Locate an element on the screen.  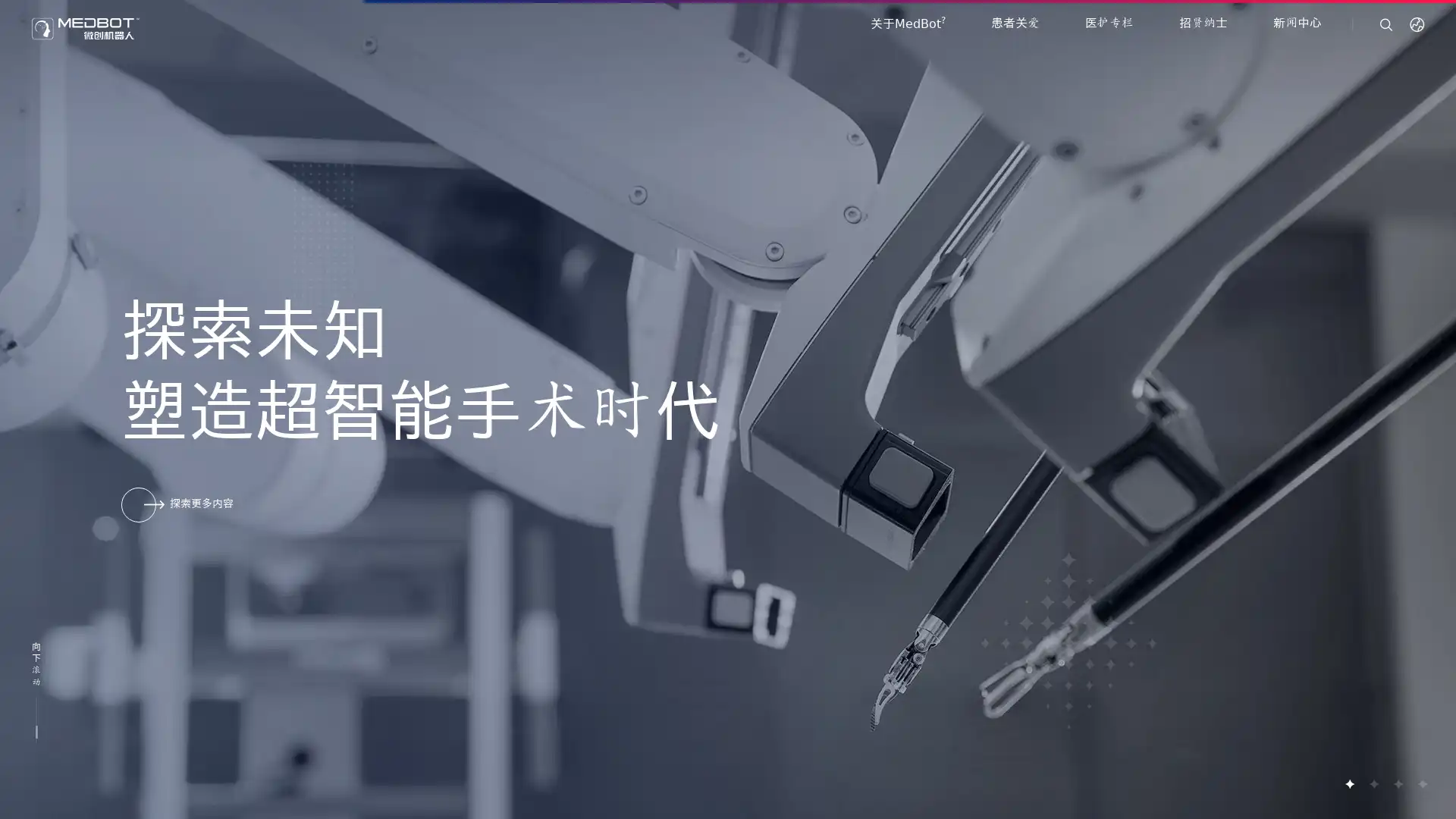
Go to slide 4 is located at coordinates (1421, 783).